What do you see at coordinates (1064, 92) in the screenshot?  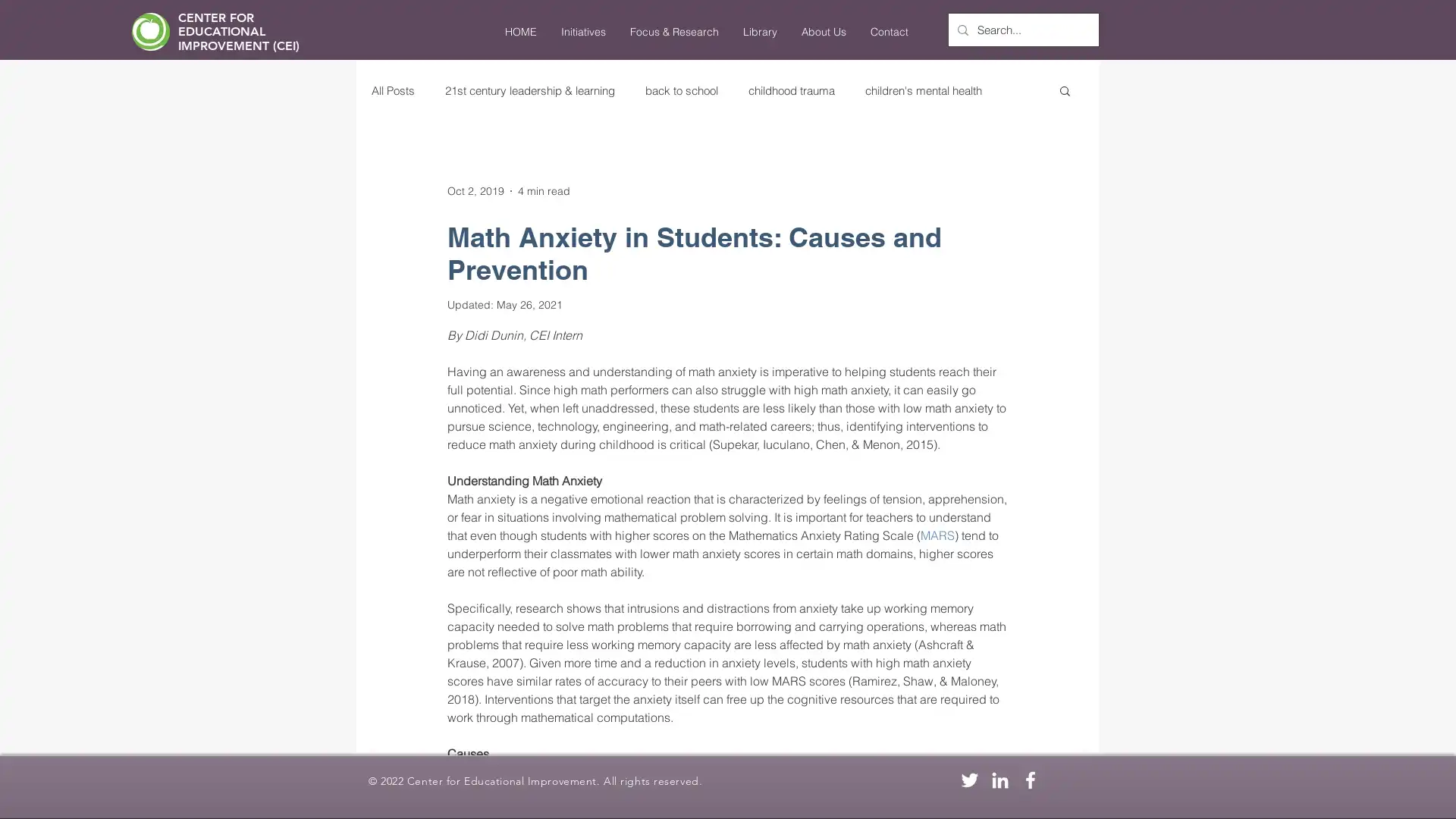 I see `Search` at bounding box center [1064, 92].